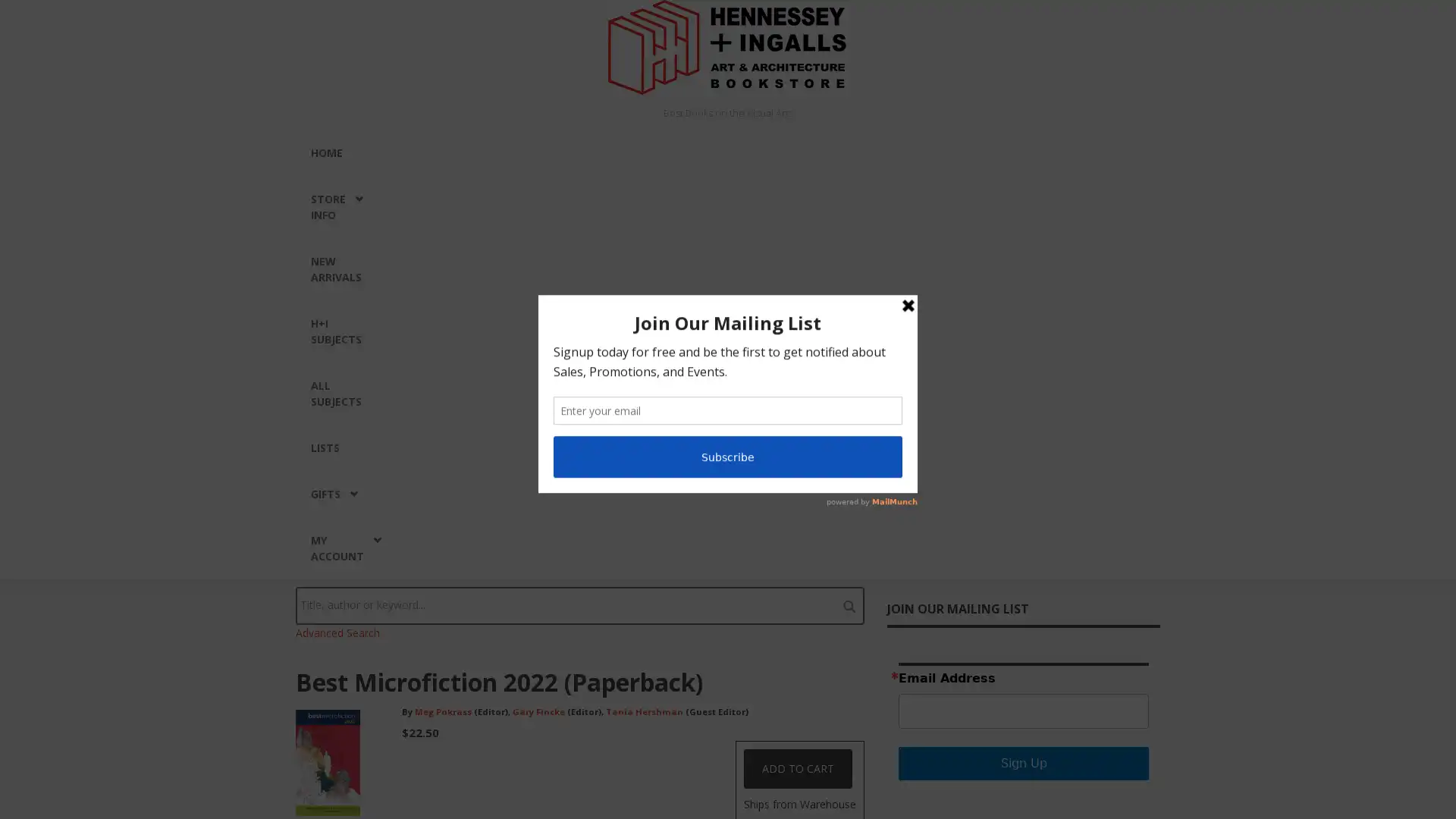 This screenshot has height=819, width=1456. I want to click on search, so click(848, 604).